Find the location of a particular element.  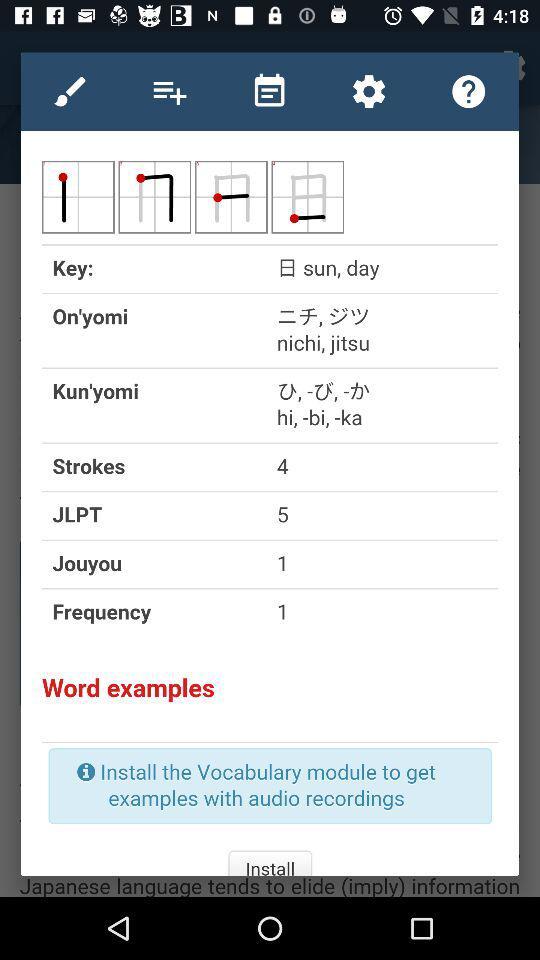

open calendar is located at coordinates (269, 91).